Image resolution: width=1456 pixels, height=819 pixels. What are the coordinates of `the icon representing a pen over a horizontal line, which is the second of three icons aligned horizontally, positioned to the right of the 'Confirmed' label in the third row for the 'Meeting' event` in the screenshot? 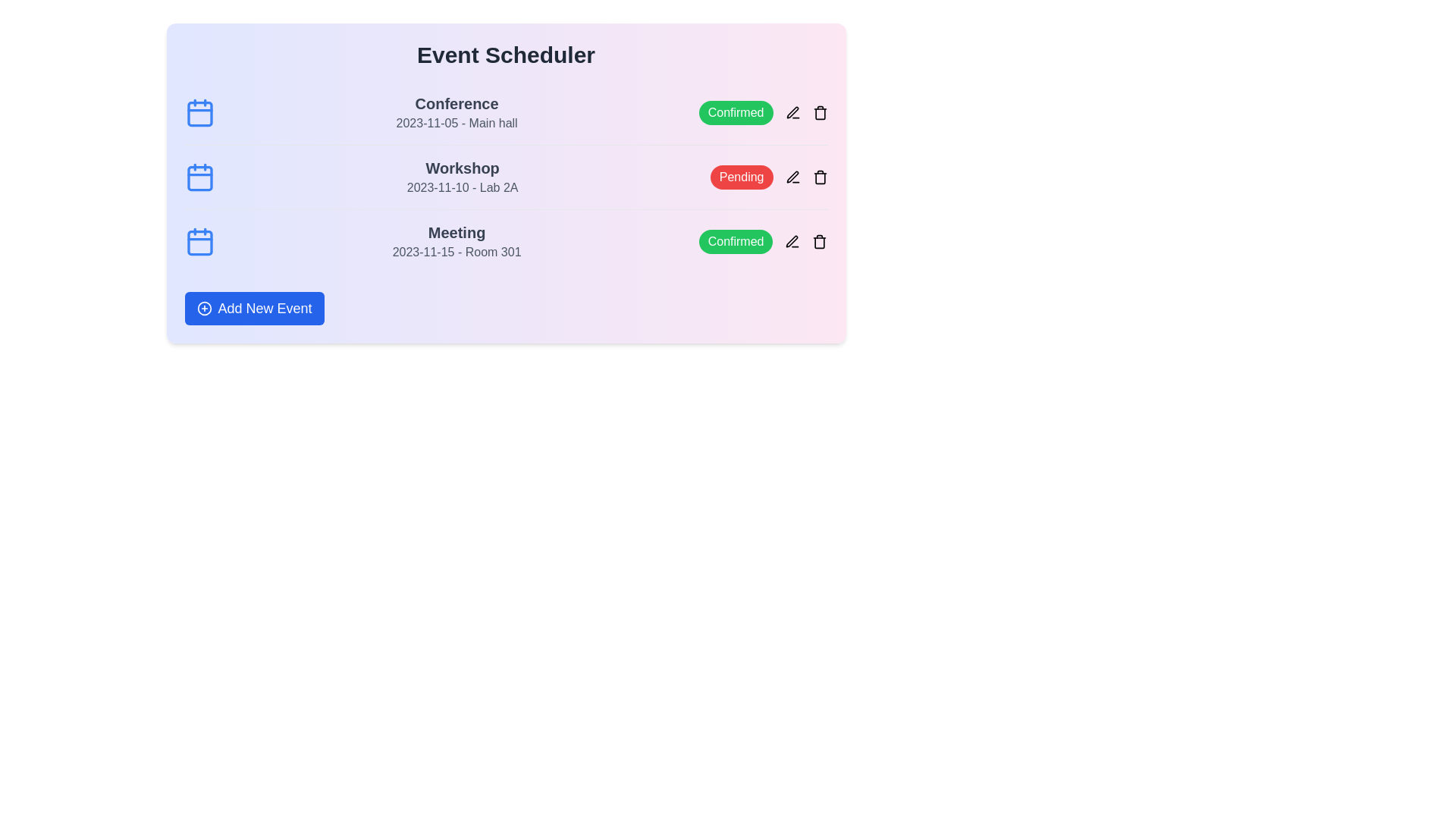 It's located at (792, 241).